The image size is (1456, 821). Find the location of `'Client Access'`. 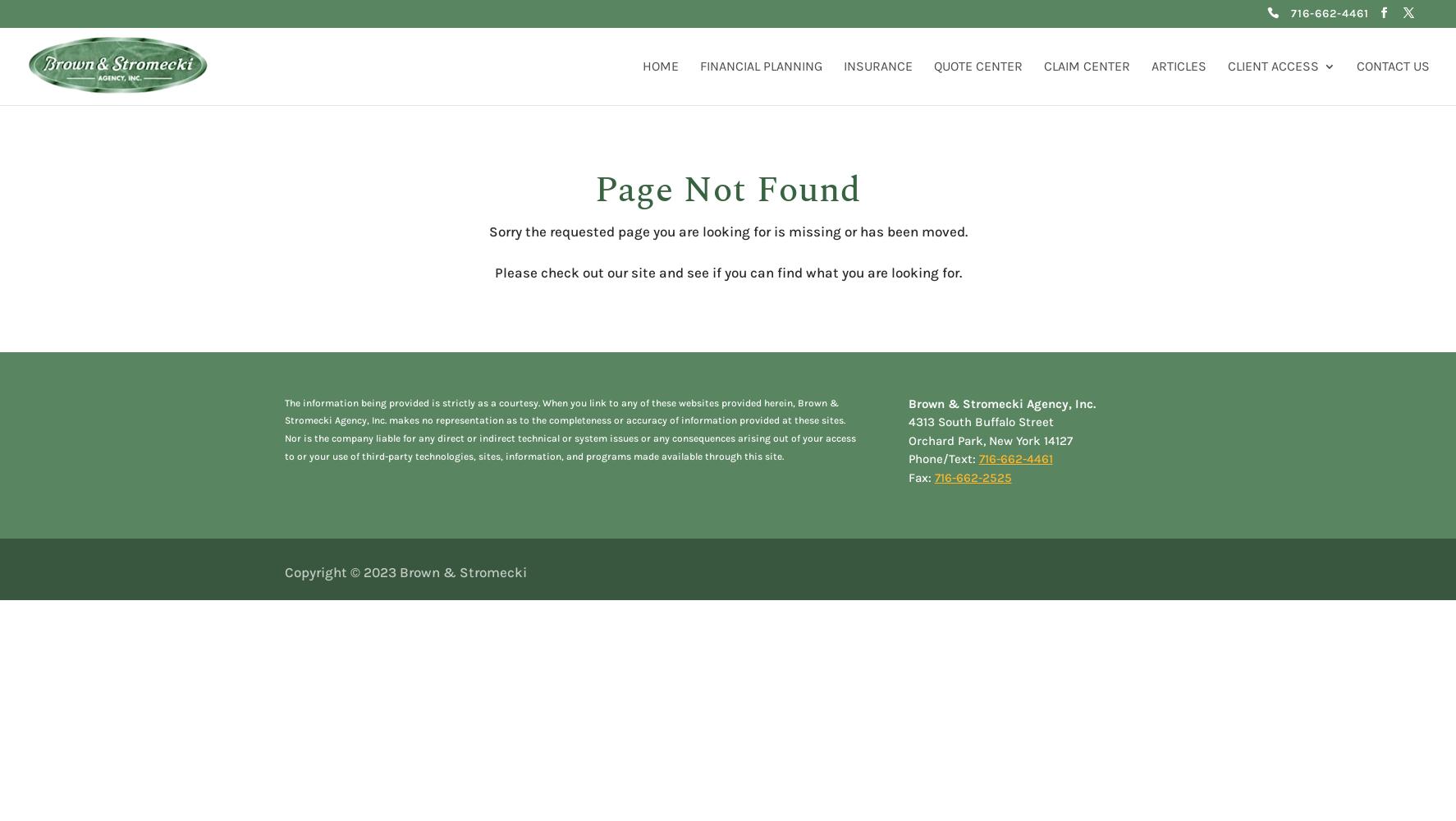

'Client Access' is located at coordinates (1273, 65).